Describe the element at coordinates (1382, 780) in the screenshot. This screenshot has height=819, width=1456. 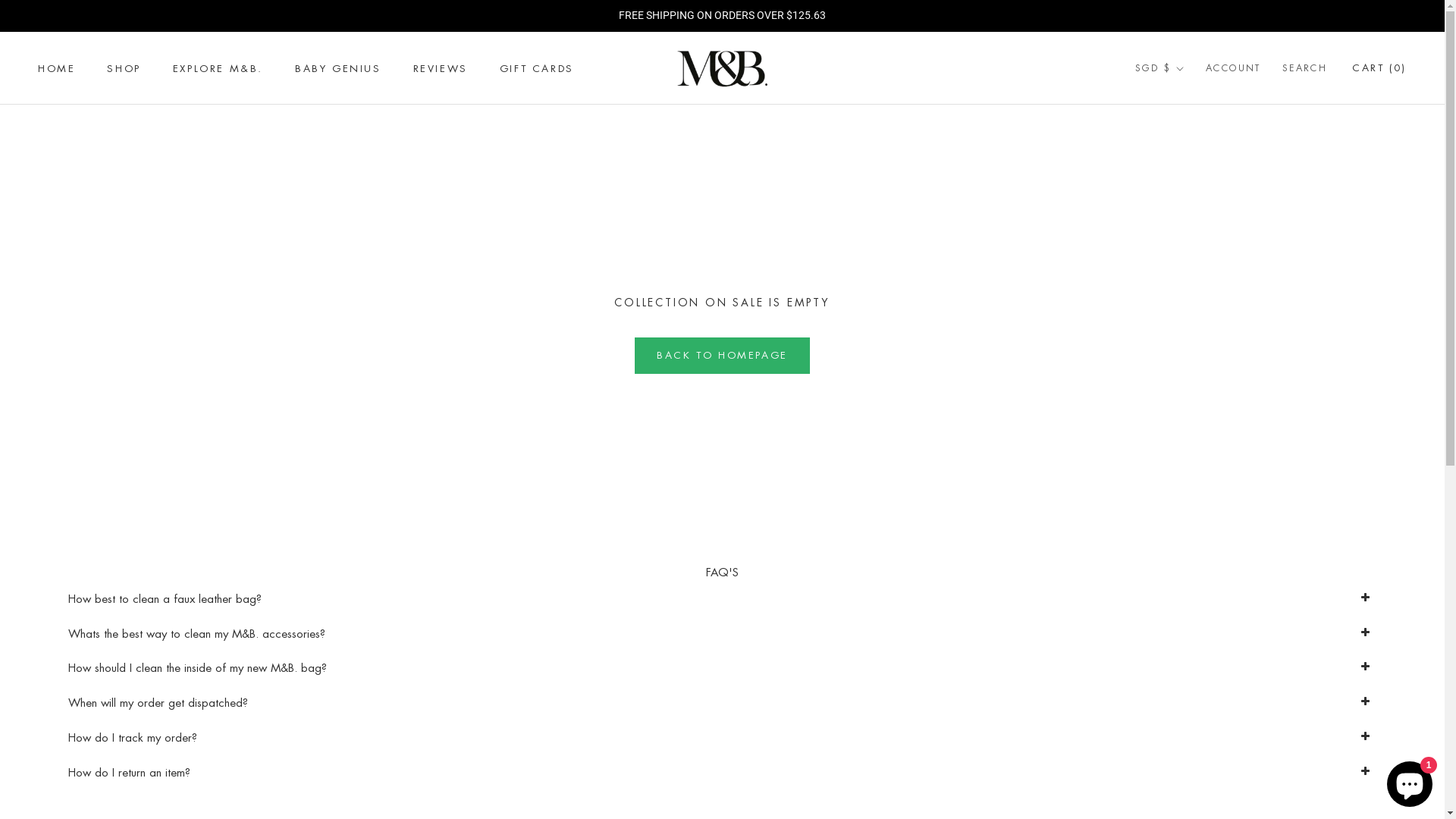
I see `'Shopify online store chat'` at that location.